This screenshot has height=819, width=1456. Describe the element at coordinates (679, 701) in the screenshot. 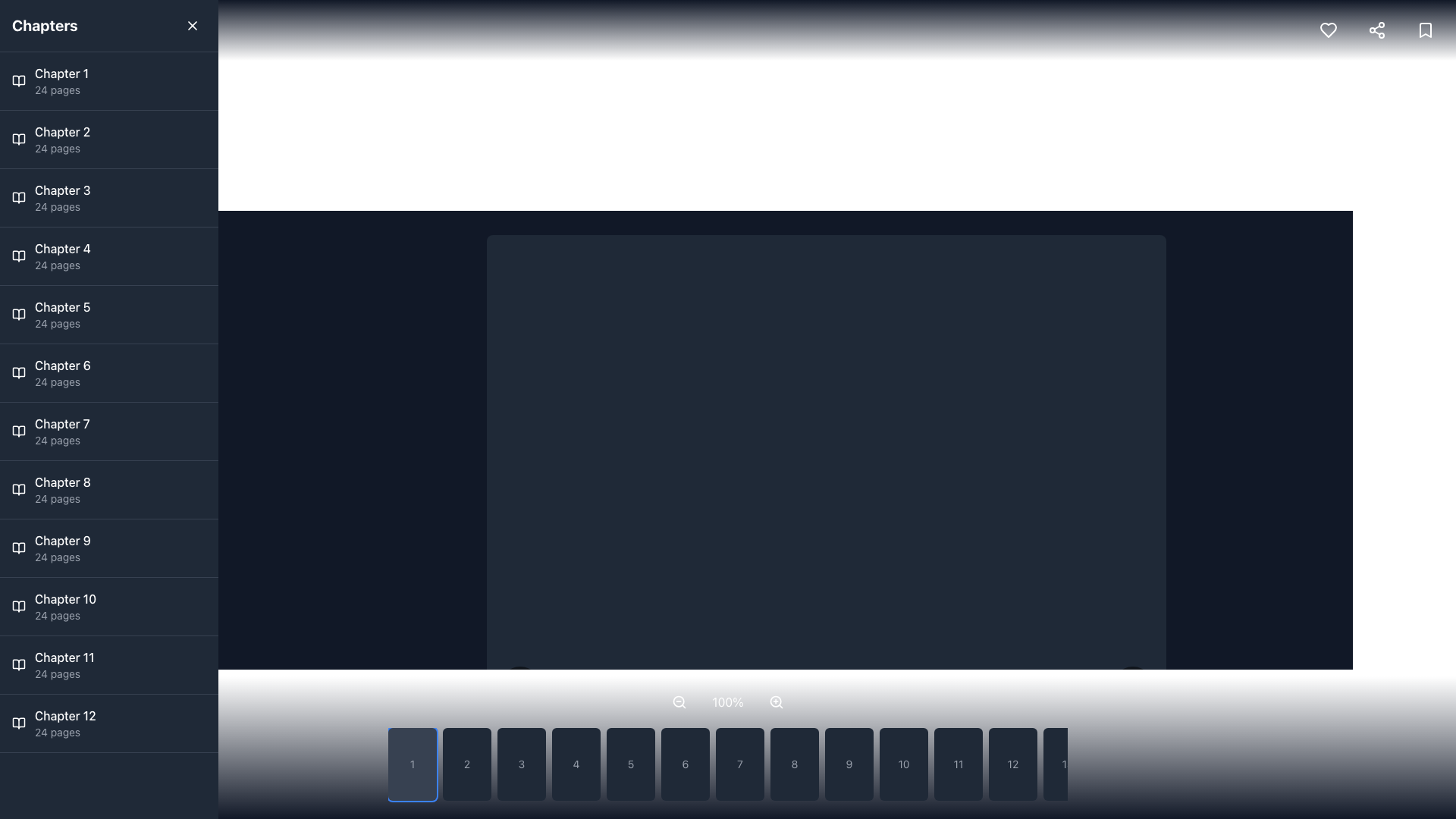

I see `the magnifying glass icon with a minus sign, which represents the 'zoom out' function` at that location.